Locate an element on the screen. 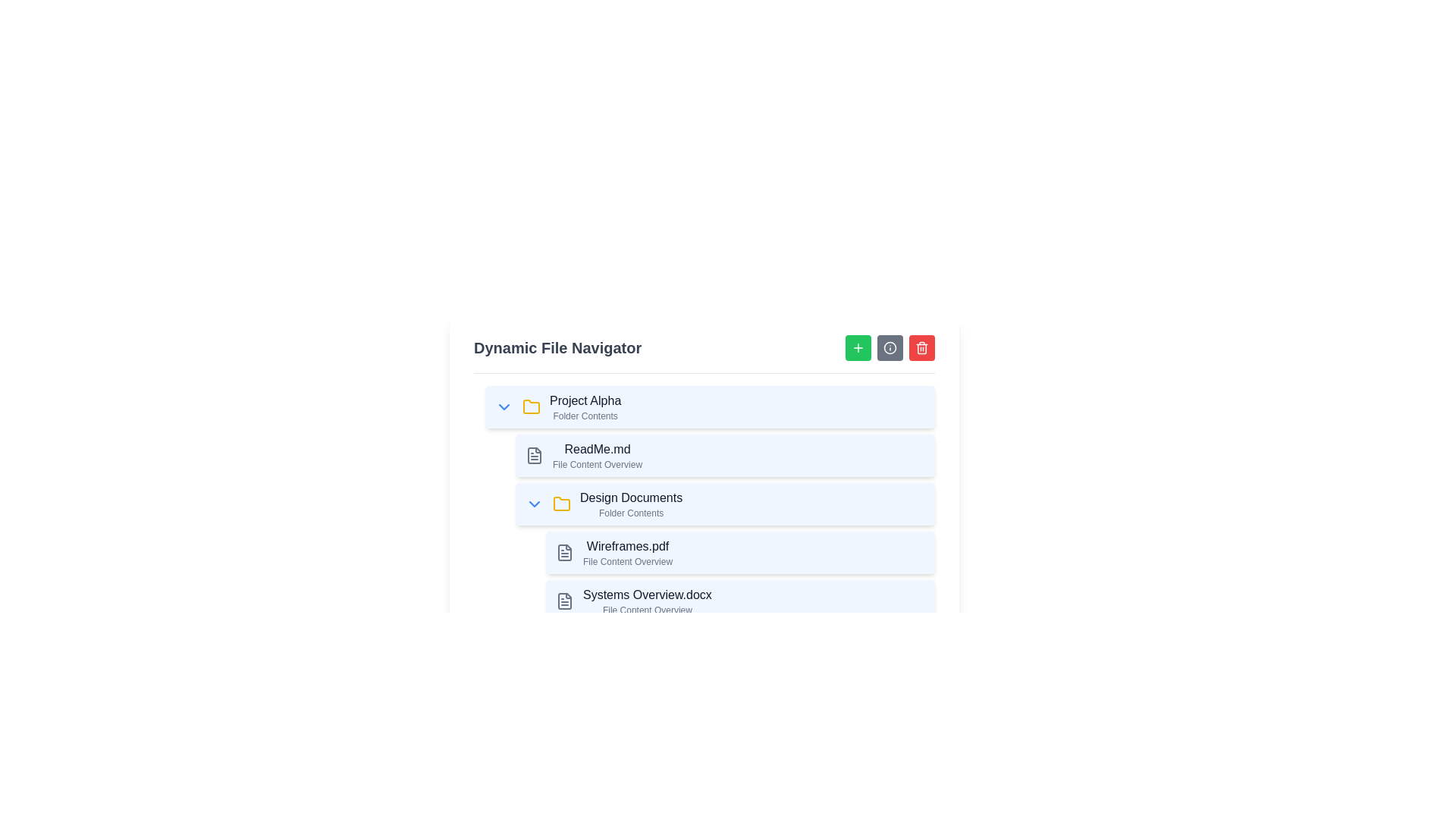 This screenshot has height=819, width=1456. the trash can icon button with a red background in the top-right corner of the interface is located at coordinates (921, 348).